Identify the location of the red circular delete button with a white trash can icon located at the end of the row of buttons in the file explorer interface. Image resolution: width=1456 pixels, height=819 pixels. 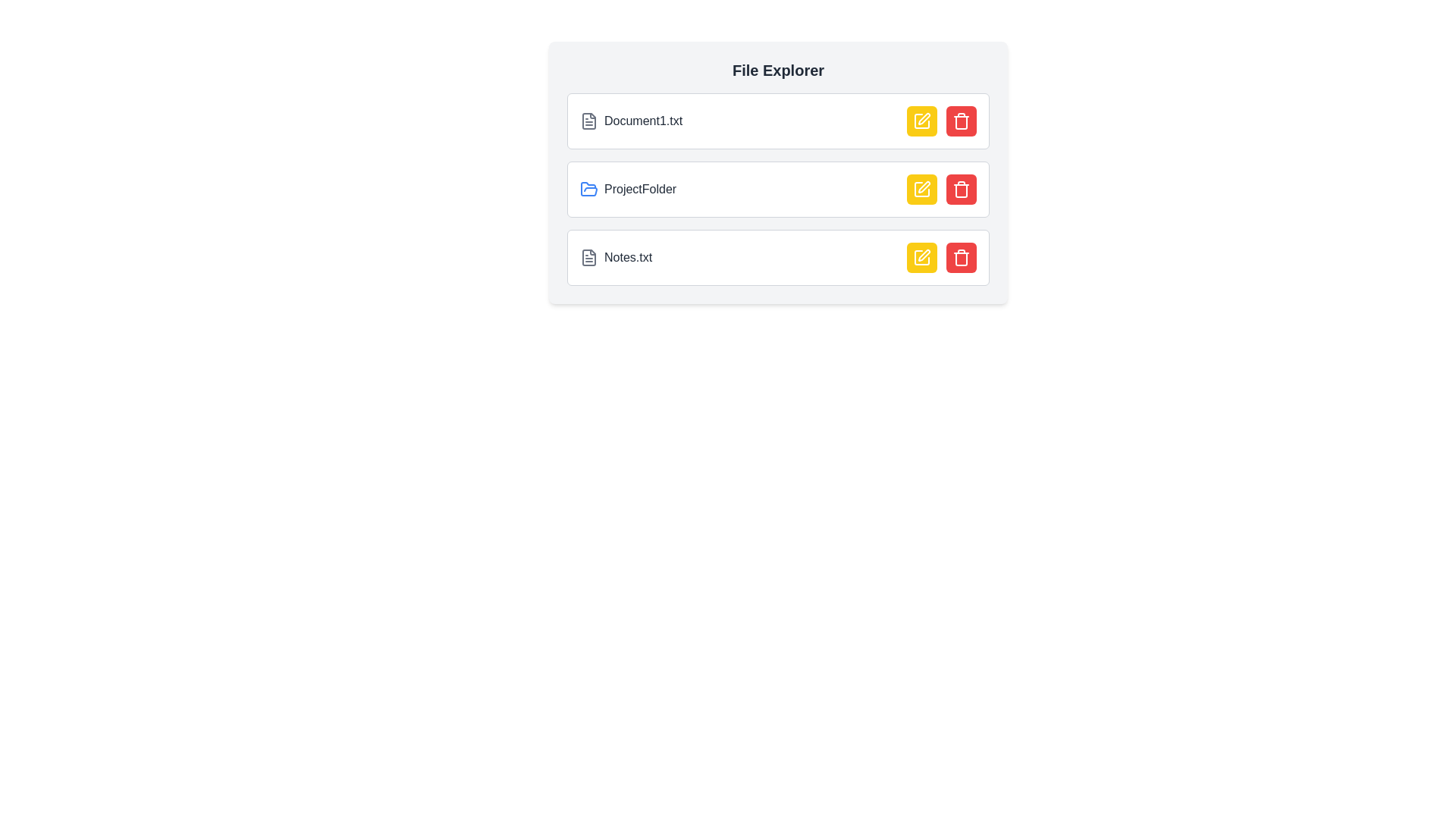
(960, 189).